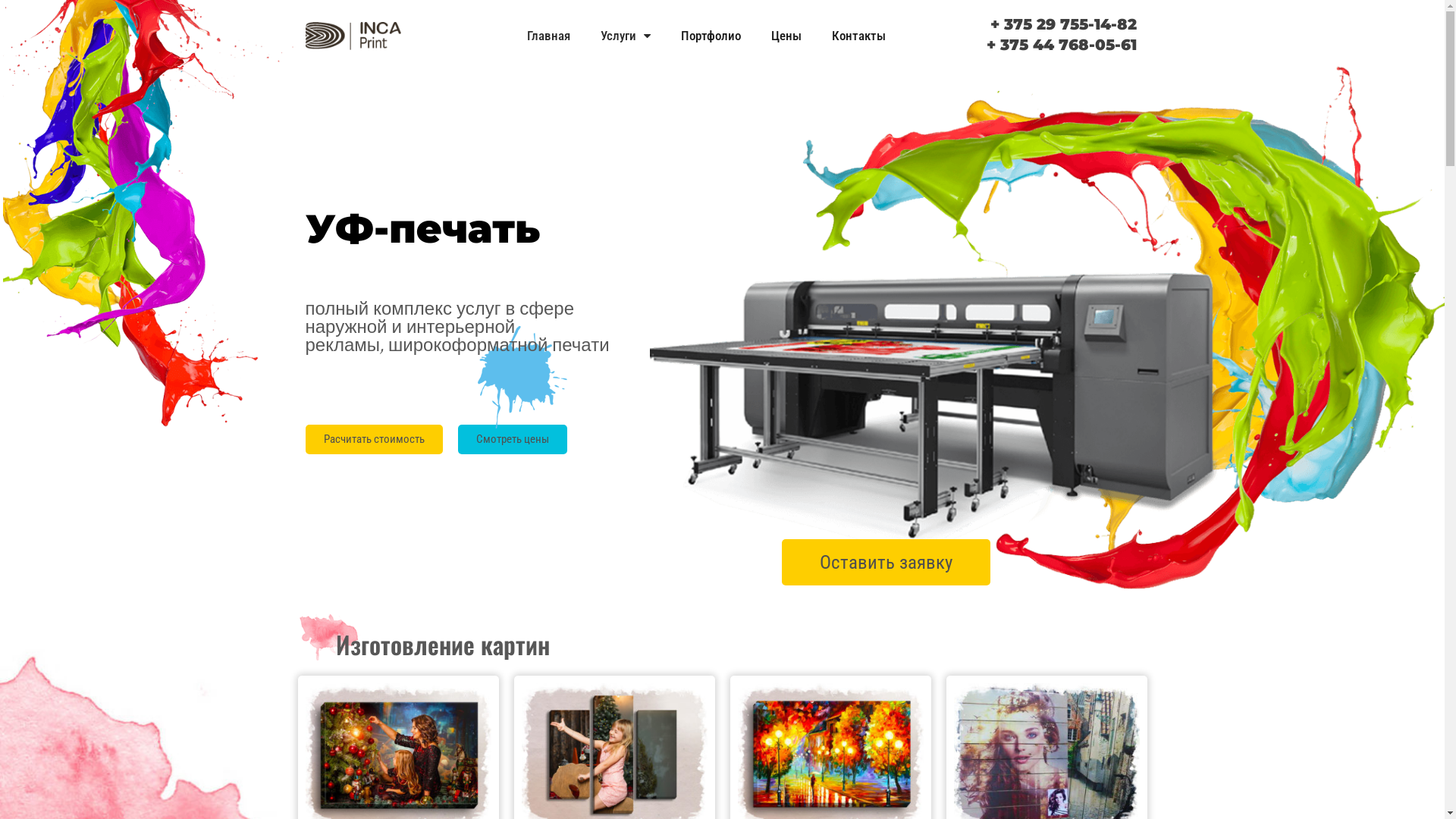  Describe the element at coordinates (1062, 24) in the screenshot. I see `'+ 375 29 755-14-82'` at that location.